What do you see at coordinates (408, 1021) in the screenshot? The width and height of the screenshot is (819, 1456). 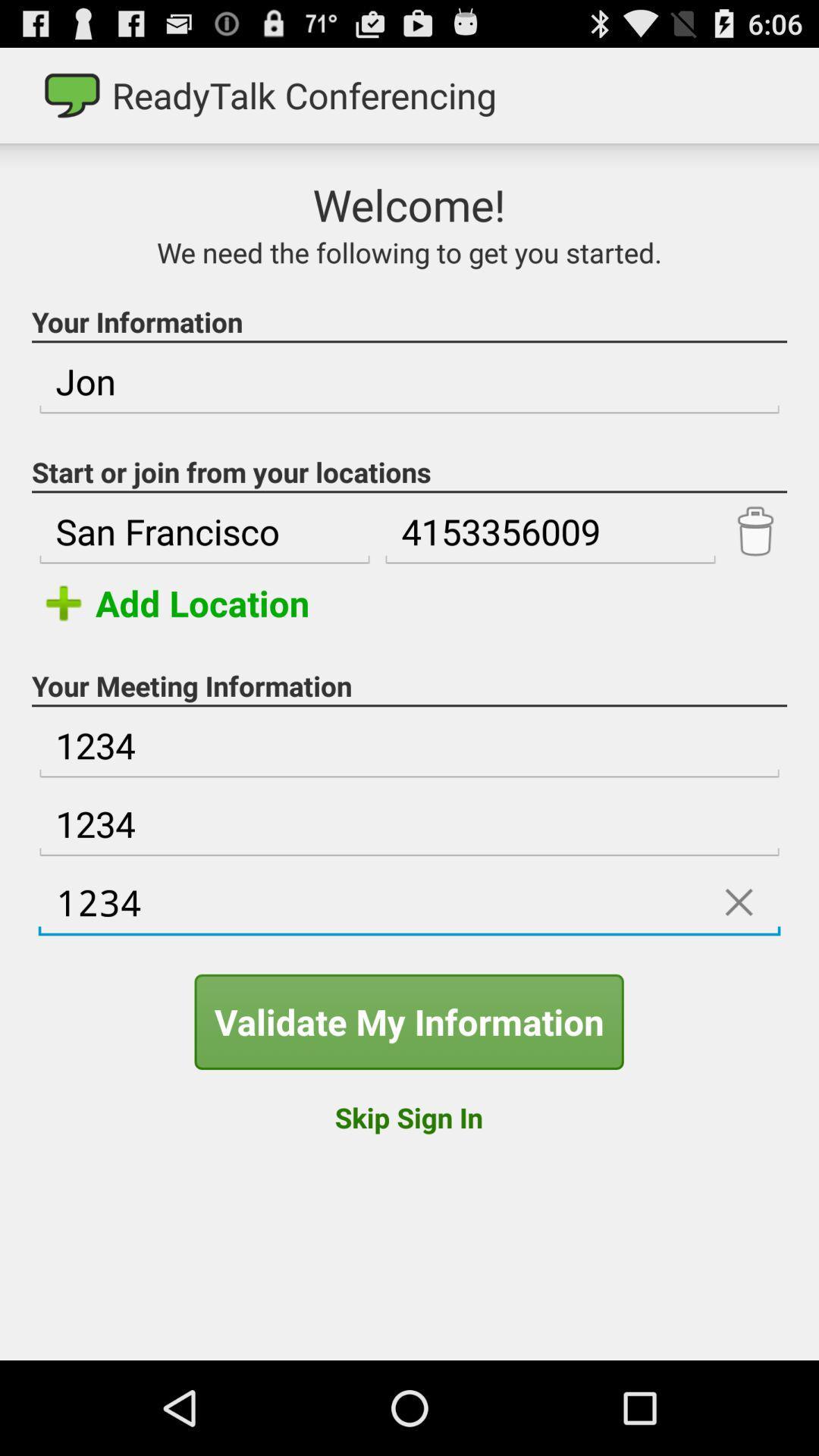 I see `validate my information item` at bounding box center [408, 1021].